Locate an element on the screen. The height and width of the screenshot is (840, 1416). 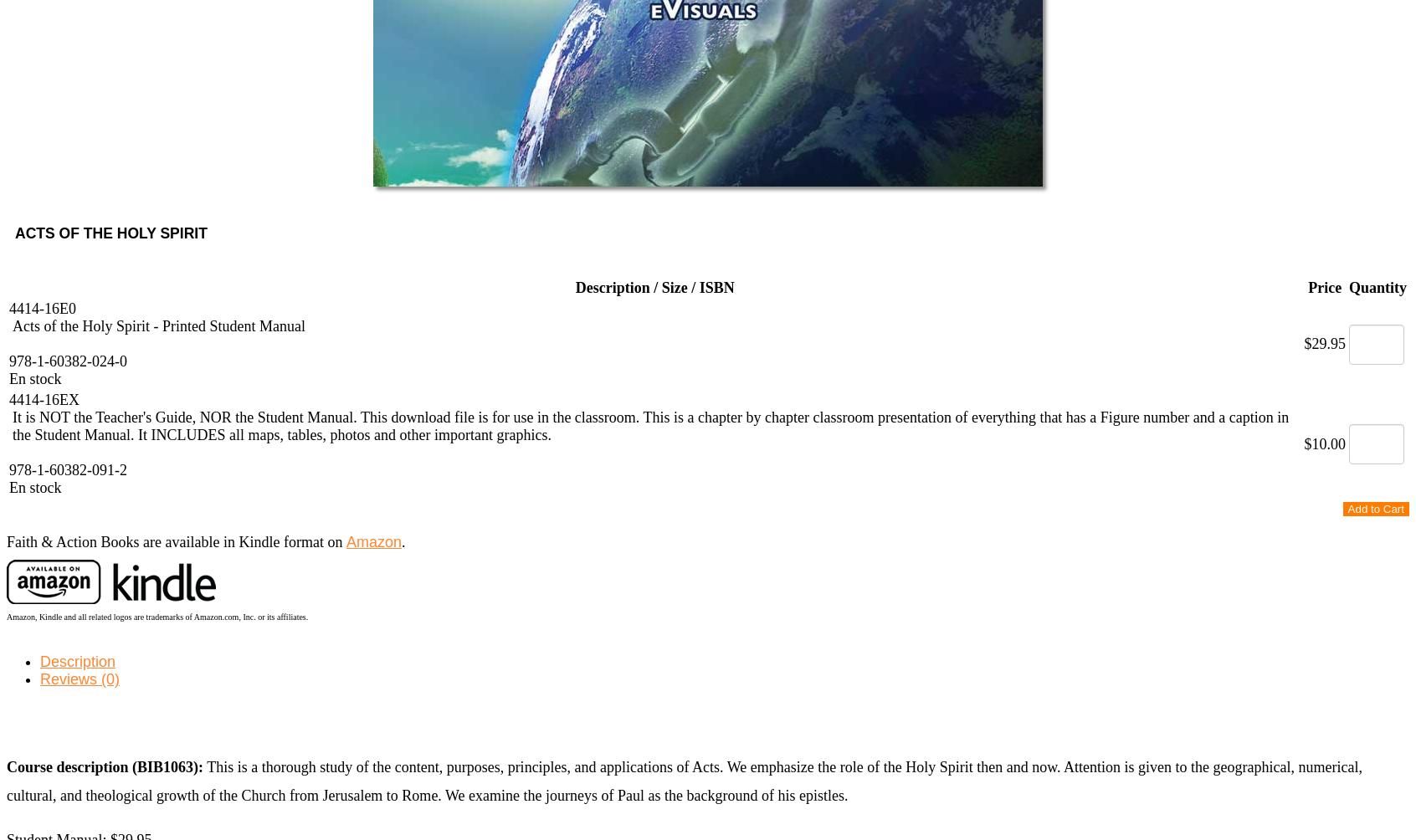
'Faith & Action Books are available in Kindle format on' is located at coordinates (175, 540).